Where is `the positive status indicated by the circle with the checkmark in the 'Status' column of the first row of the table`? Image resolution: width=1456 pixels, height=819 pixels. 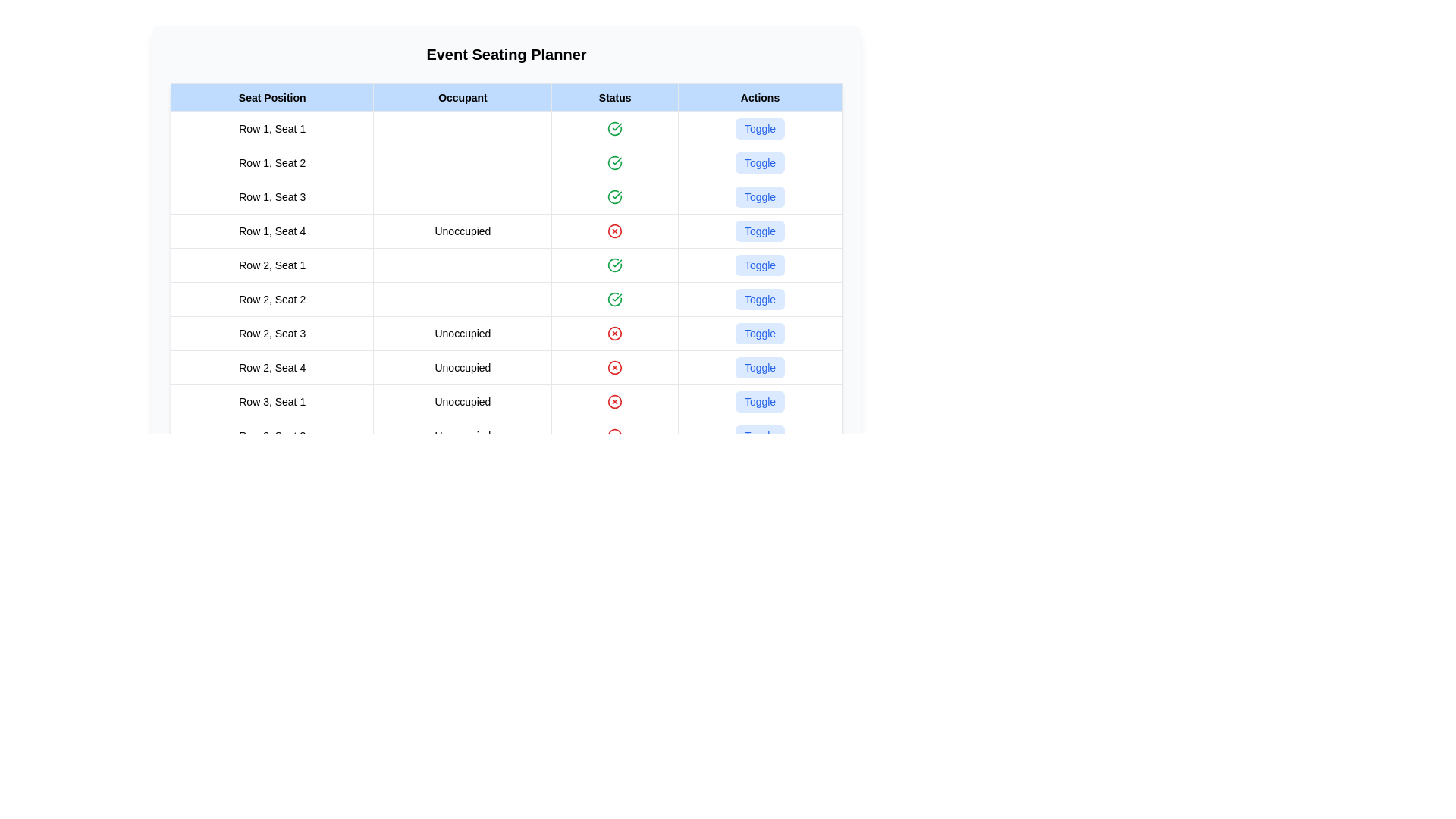 the positive status indicated by the circle with the checkmark in the 'Status' column of the first row of the table is located at coordinates (615, 127).